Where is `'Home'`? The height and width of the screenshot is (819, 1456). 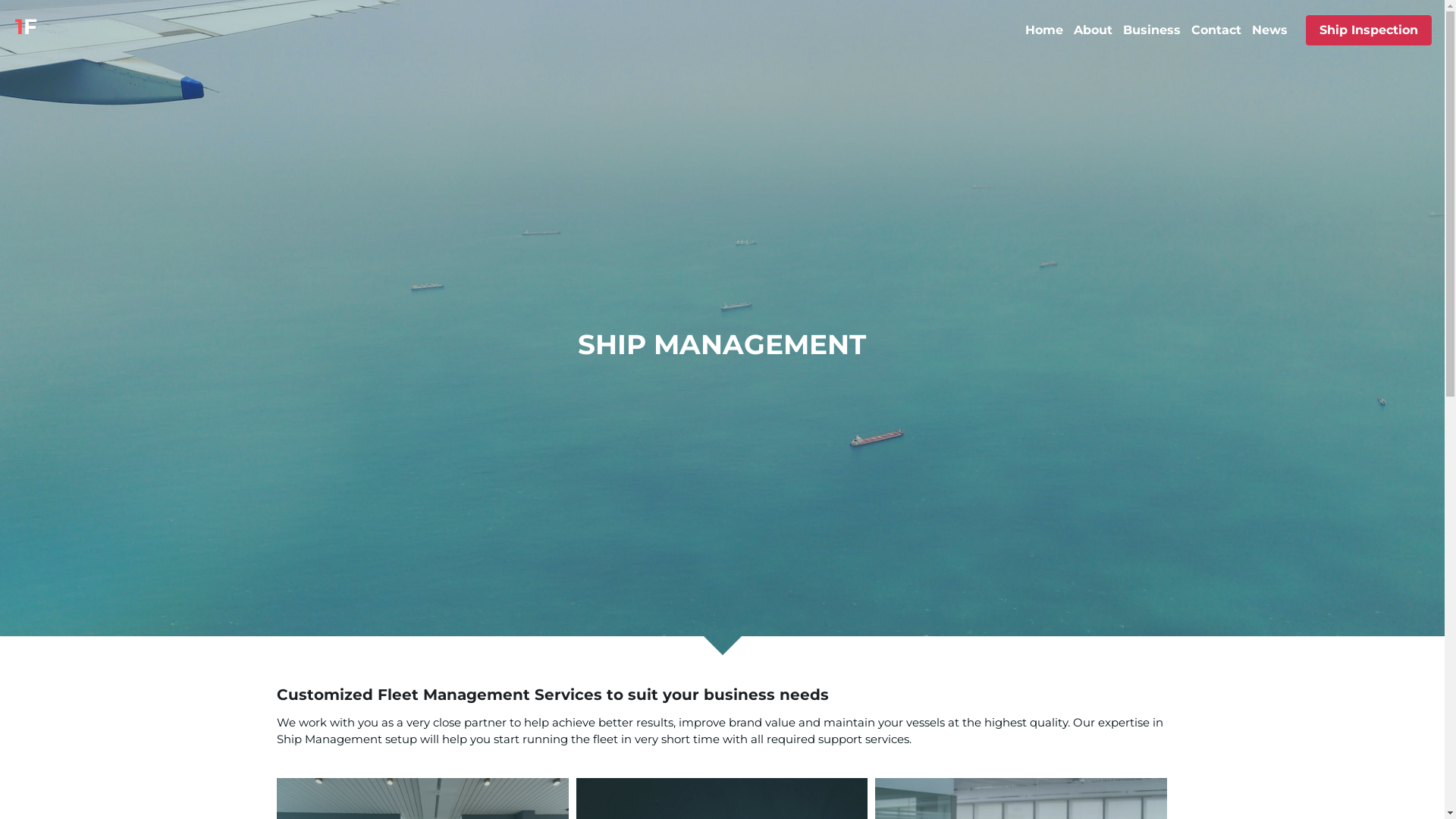
'Home' is located at coordinates (1043, 30).